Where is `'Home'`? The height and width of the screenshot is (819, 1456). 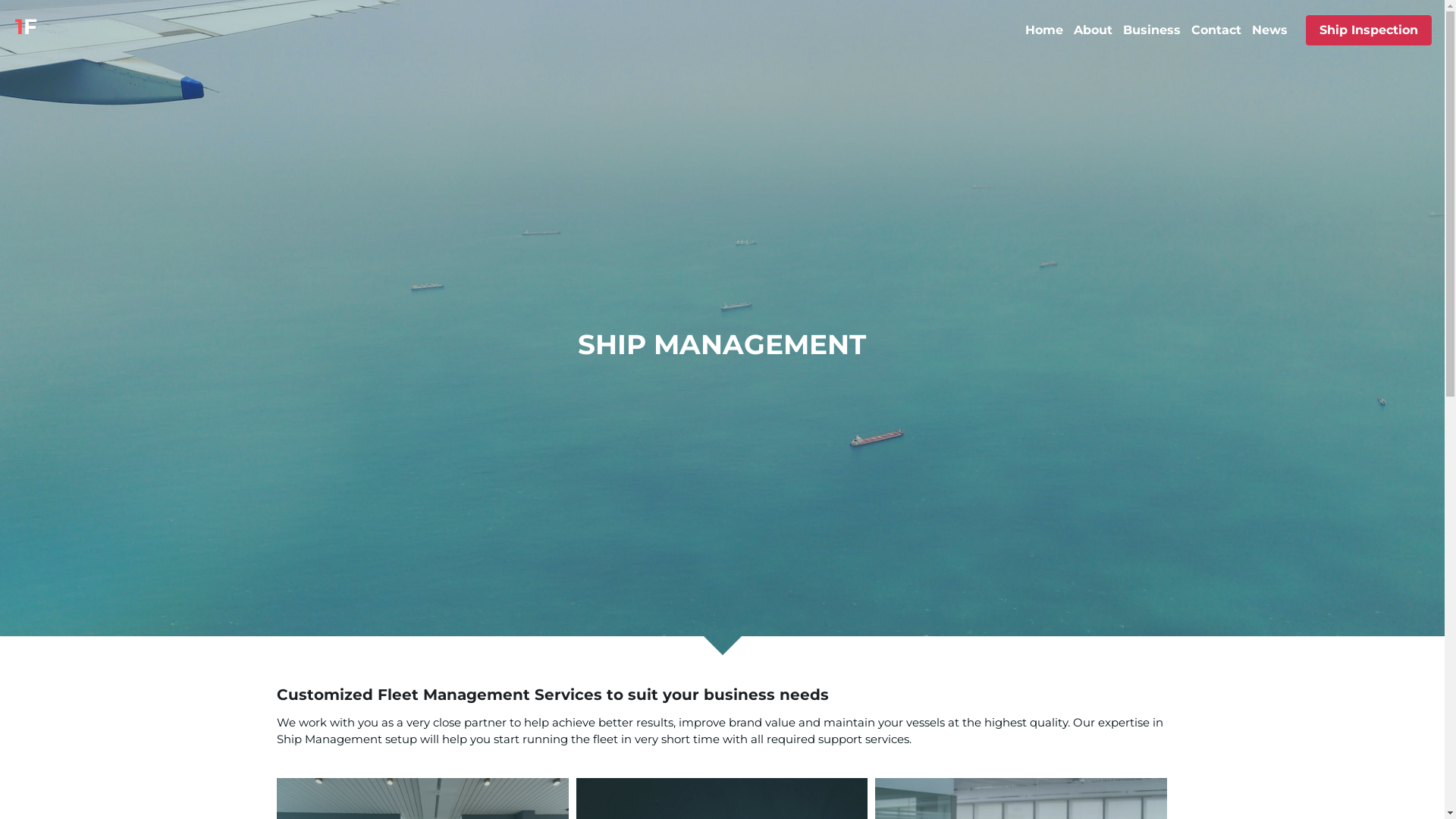
'Home' is located at coordinates (1043, 30).